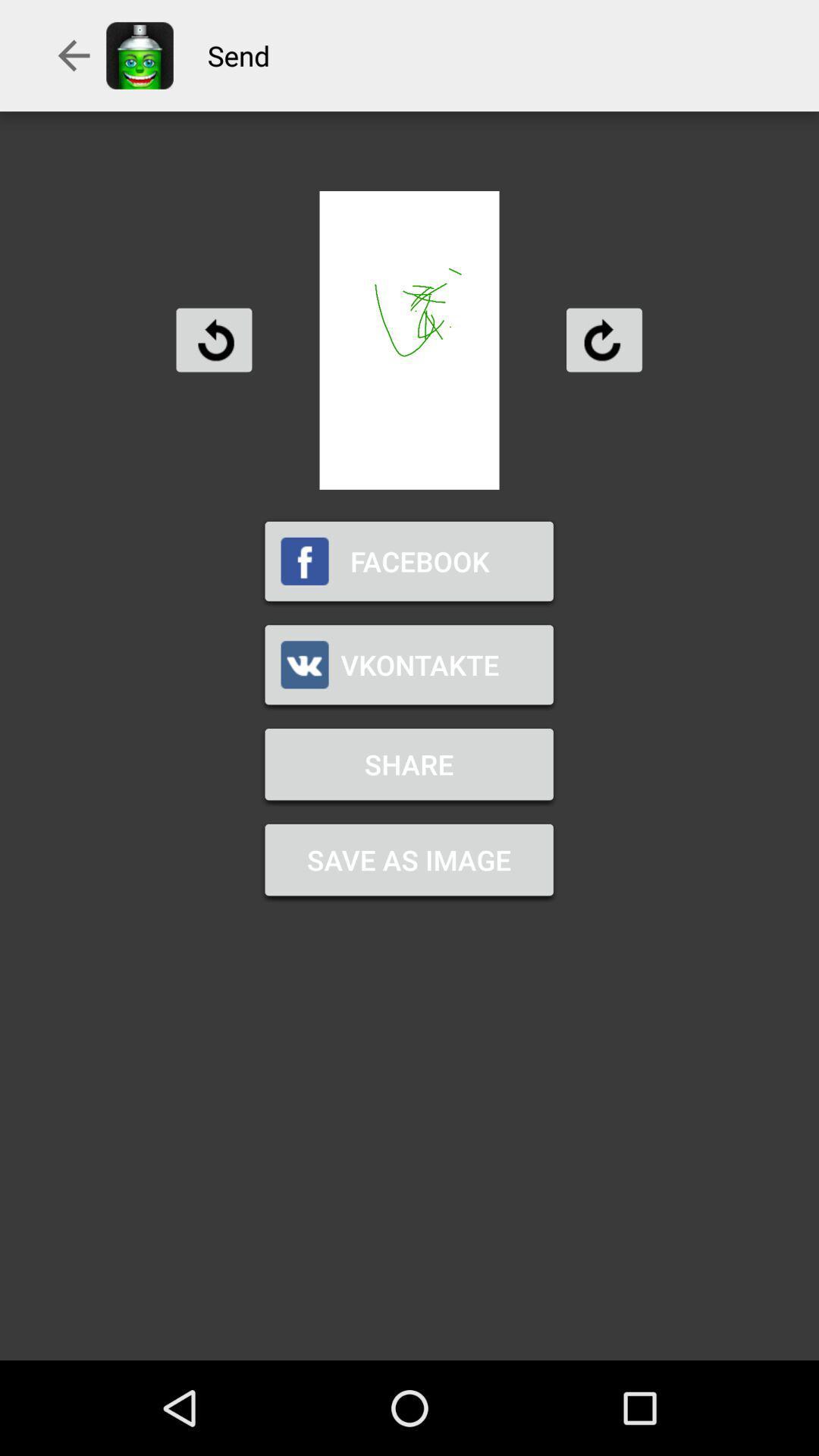 The width and height of the screenshot is (819, 1456). What do you see at coordinates (603, 339) in the screenshot?
I see `redo` at bounding box center [603, 339].